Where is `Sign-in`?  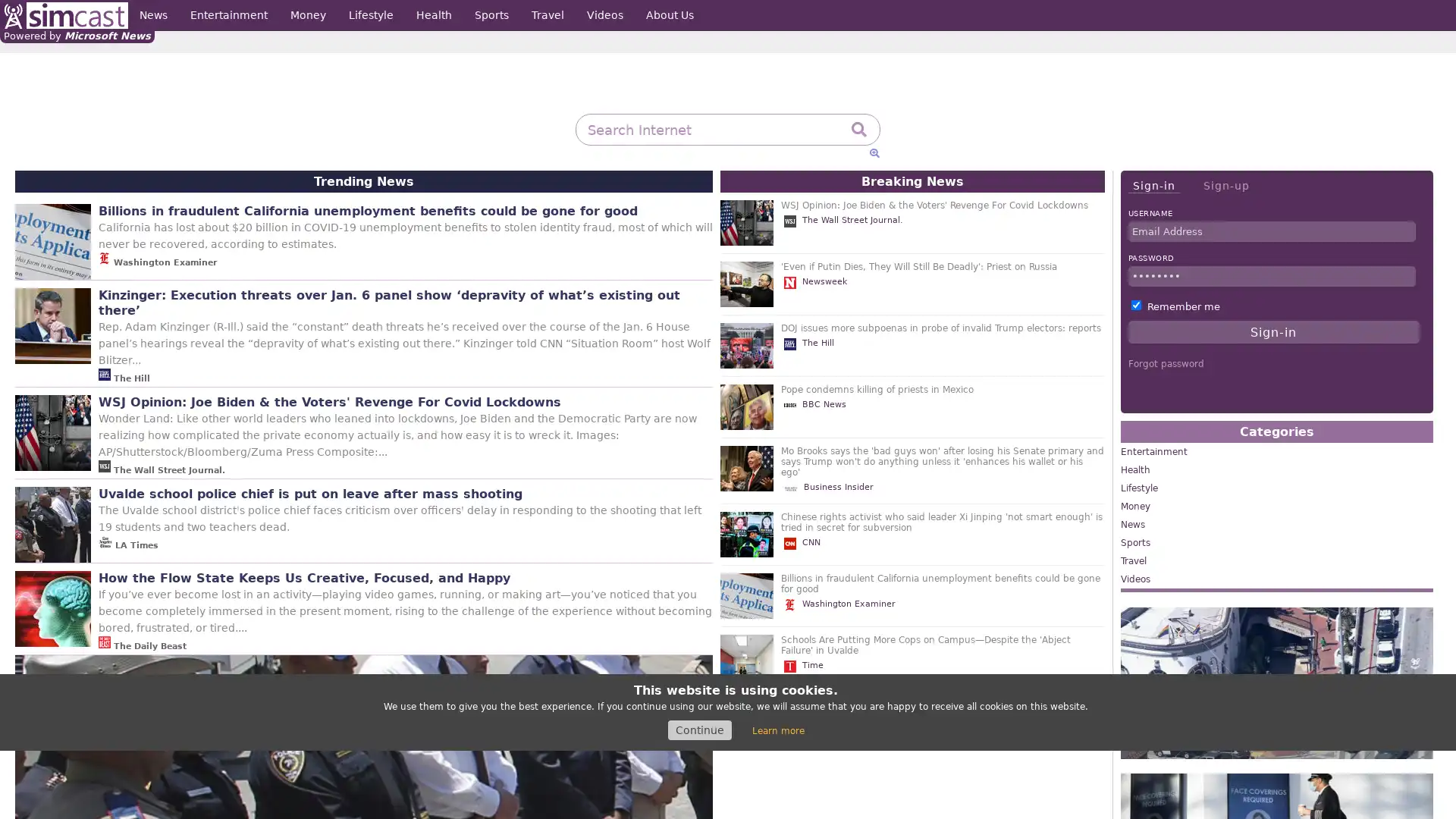
Sign-in is located at coordinates (1273, 331).